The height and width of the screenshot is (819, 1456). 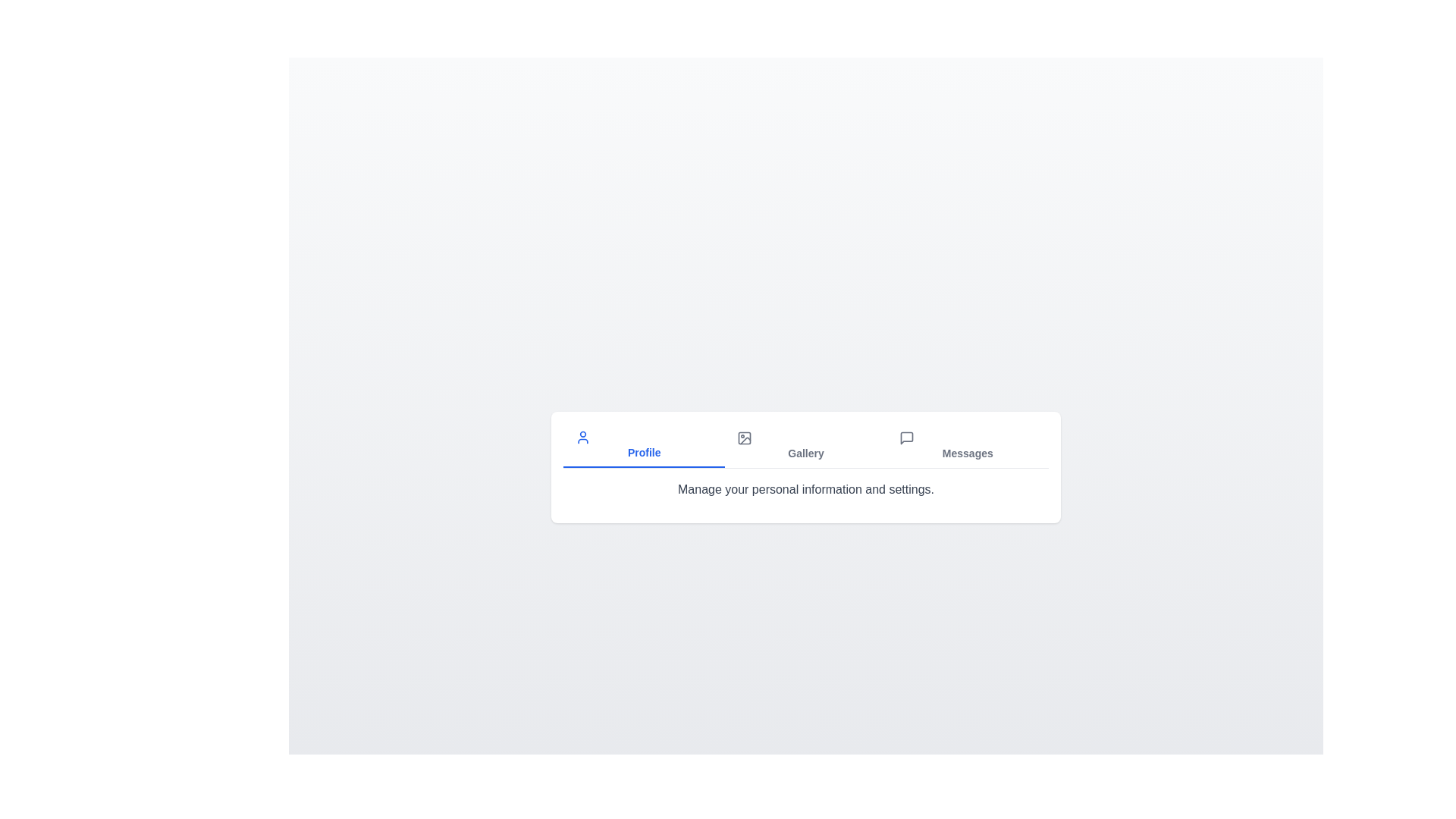 What do you see at coordinates (805, 444) in the screenshot?
I see `the Gallery tab to view its content` at bounding box center [805, 444].